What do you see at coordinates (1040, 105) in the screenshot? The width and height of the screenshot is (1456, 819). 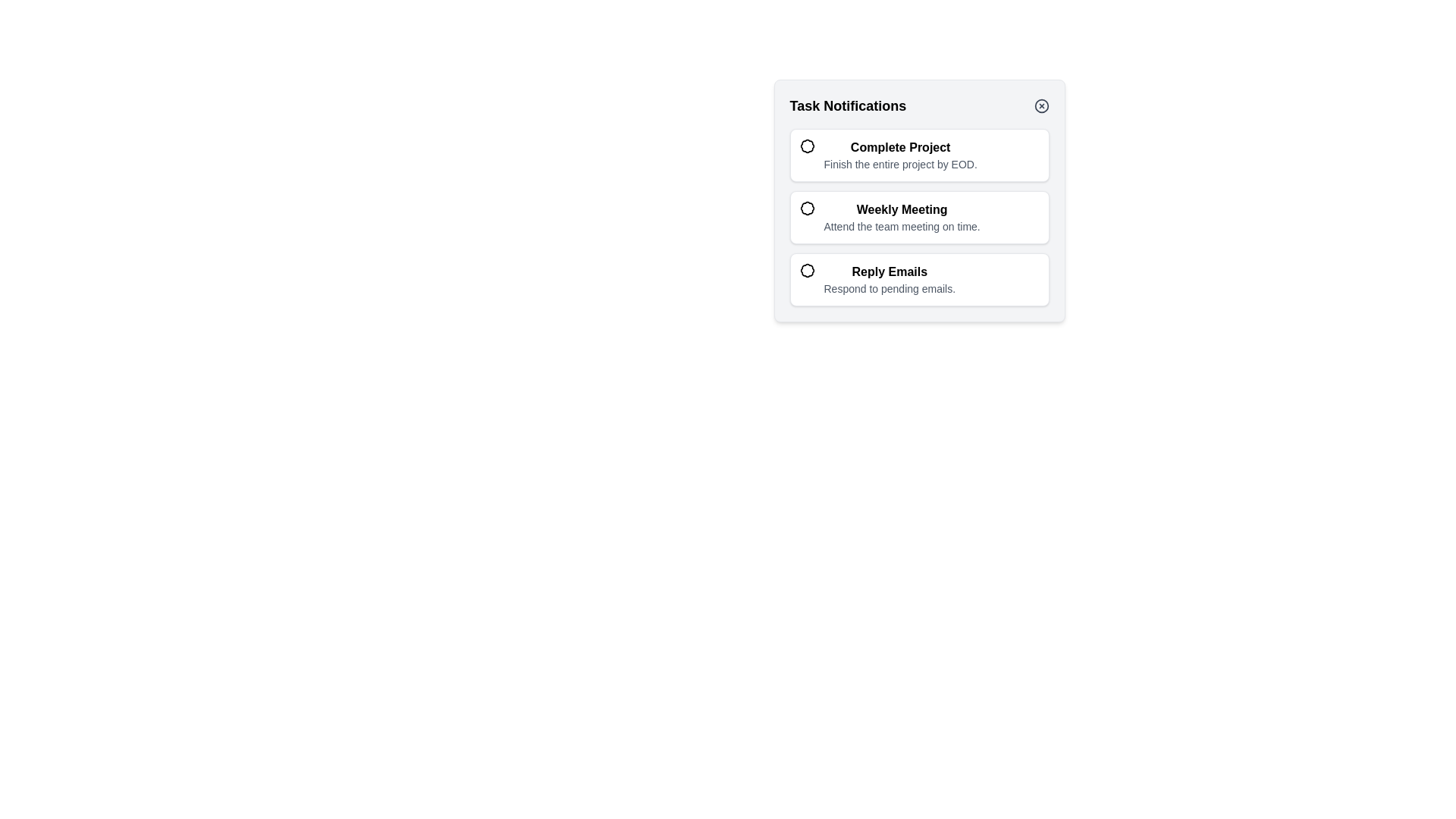 I see `the decorative Circle SVG element located at the top-right corner of the notification panel, which forms the outer boundary of the close icon` at bounding box center [1040, 105].